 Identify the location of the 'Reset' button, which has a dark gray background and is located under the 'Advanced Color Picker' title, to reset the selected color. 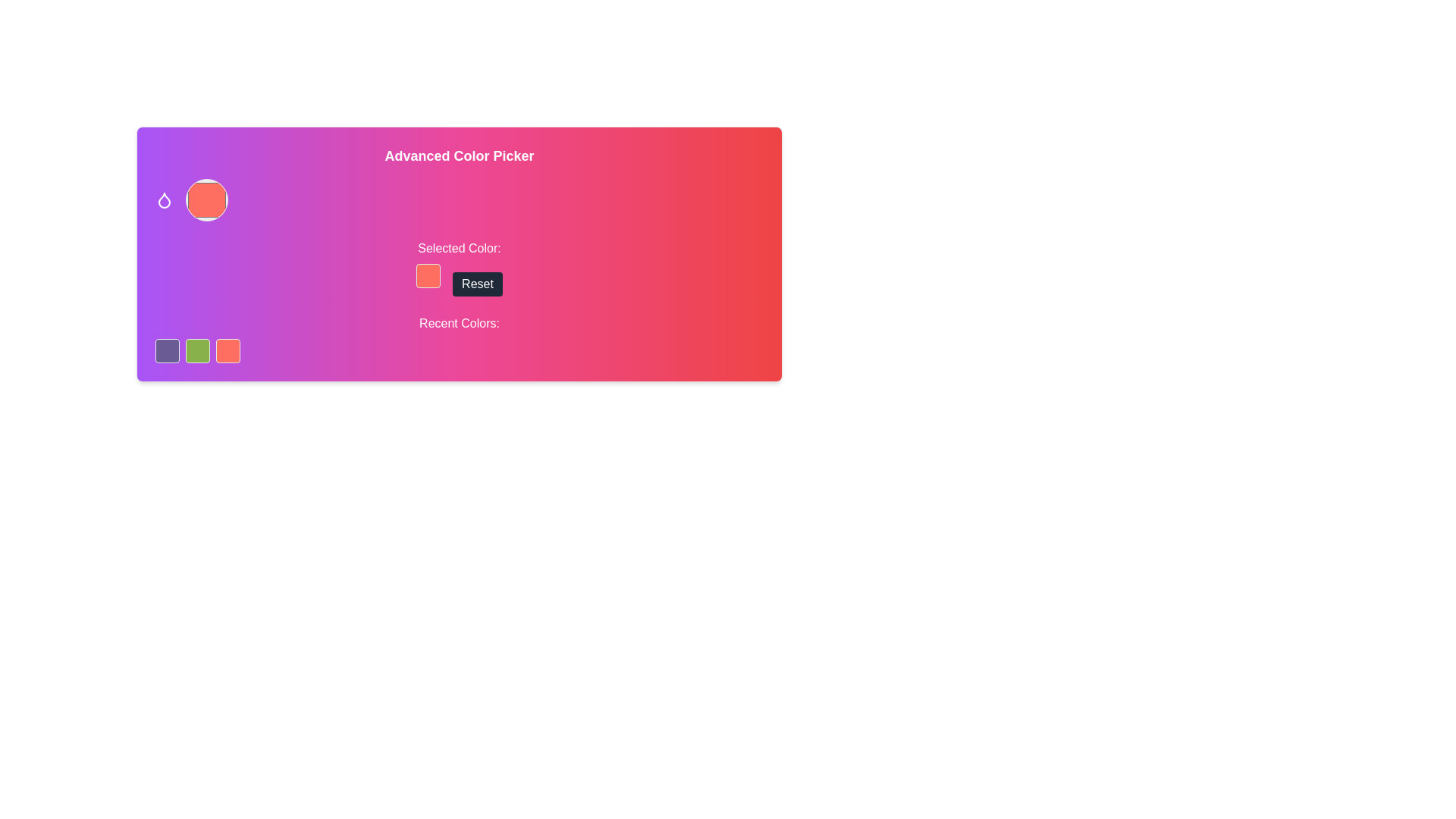
(476, 284).